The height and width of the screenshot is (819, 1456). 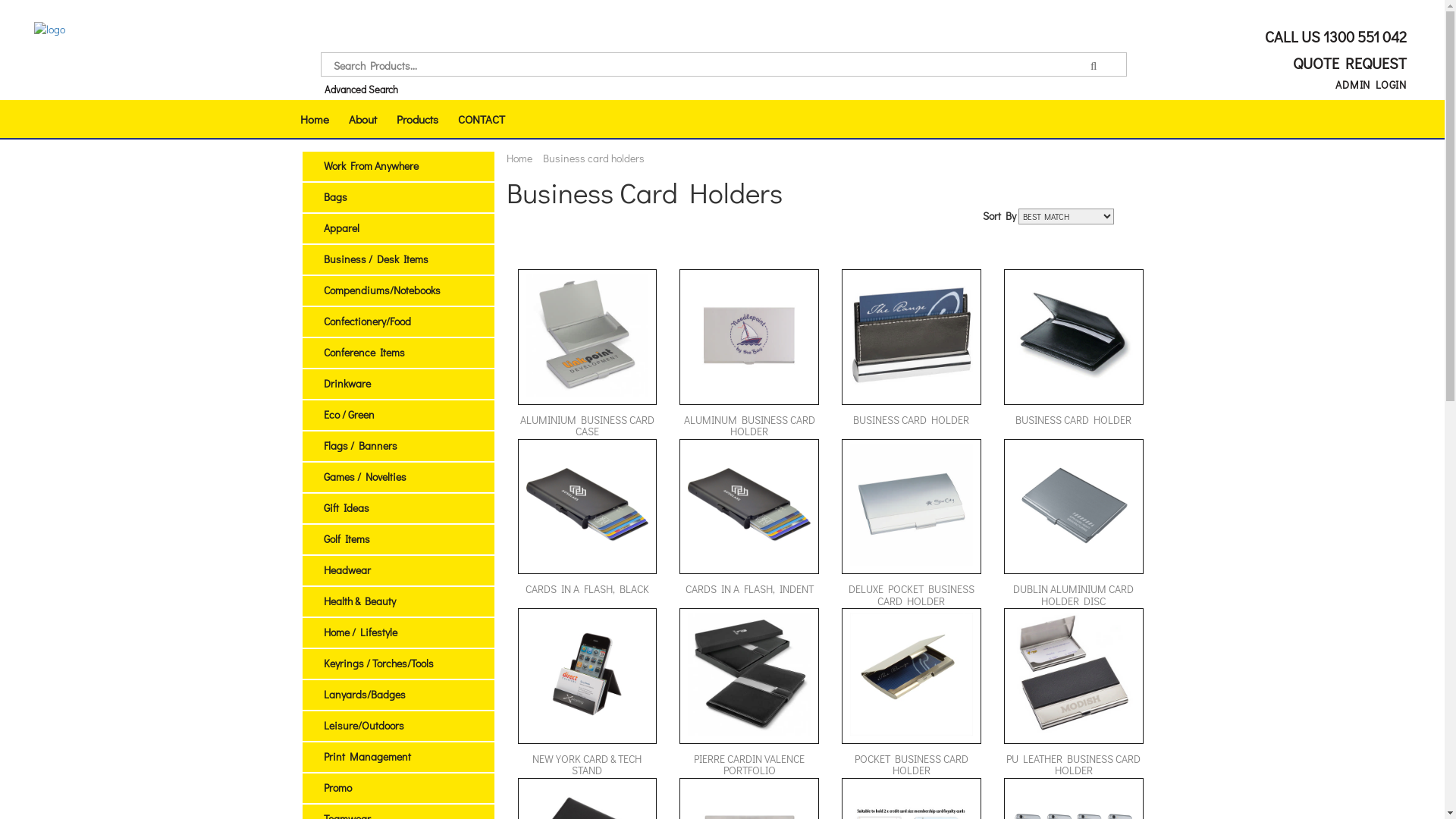 What do you see at coordinates (1012, 334) in the screenshot?
I see `'Business Card Holder (972_NOTT)'` at bounding box center [1012, 334].